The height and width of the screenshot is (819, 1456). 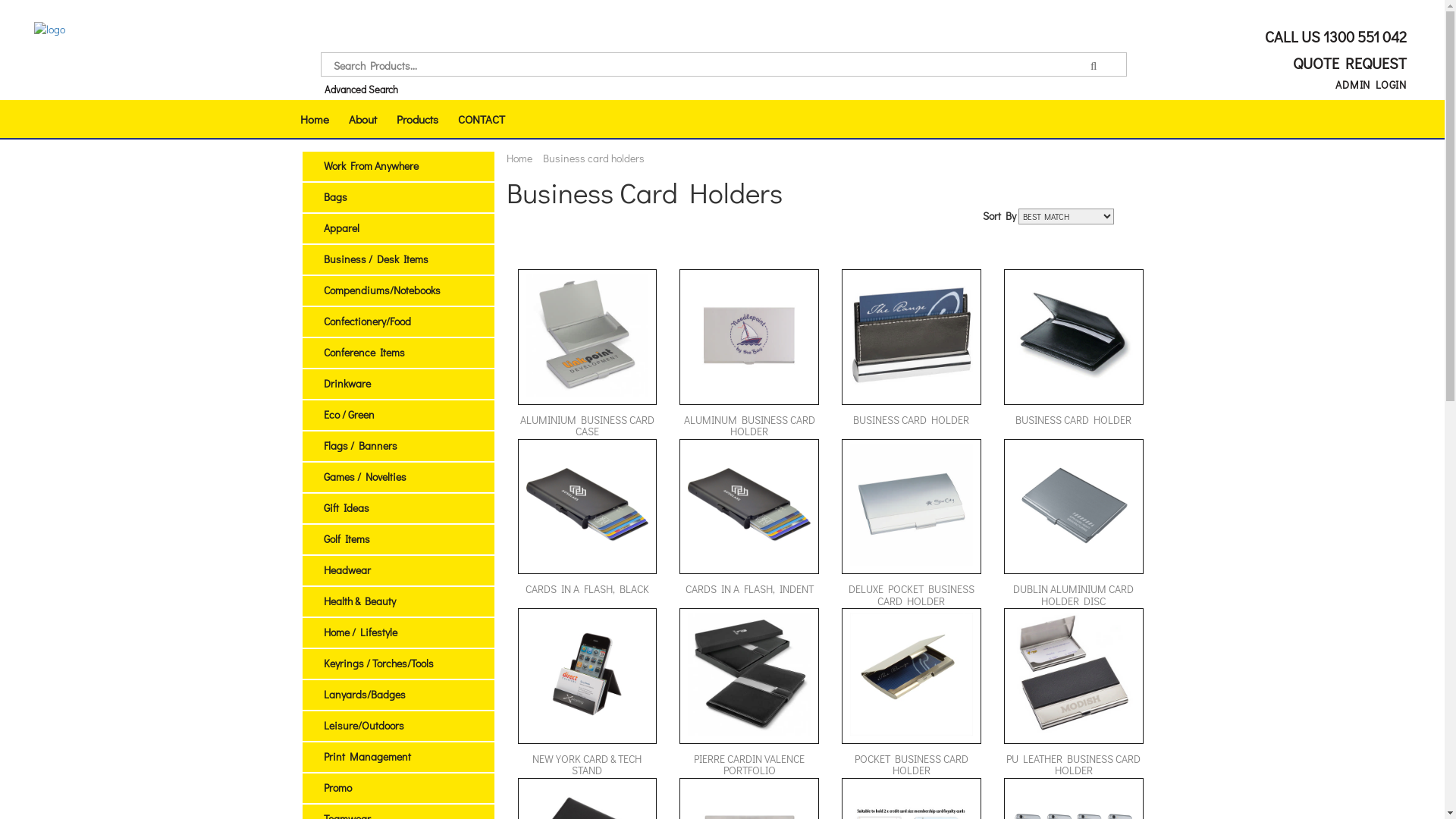 What do you see at coordinates (1012, 334) in the screenshot?
I see `'Business Card Holder (972_NOTT)'` at bounding box center [1012, 334].